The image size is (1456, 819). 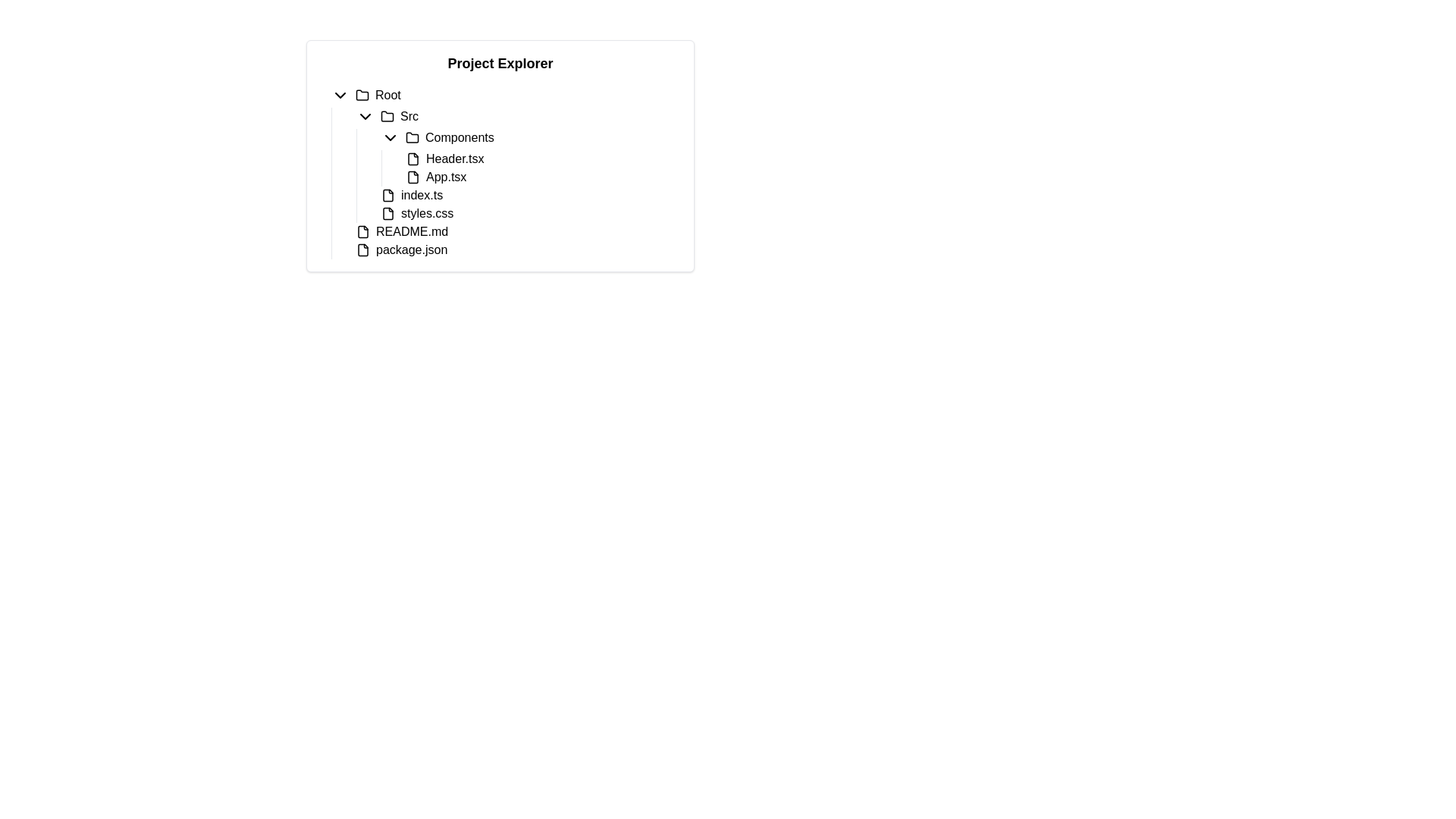 What do you see at coordinates (531, 195) in the screenshot?
I see `the 'index.ts' file item` at bounding box center [531, 195].